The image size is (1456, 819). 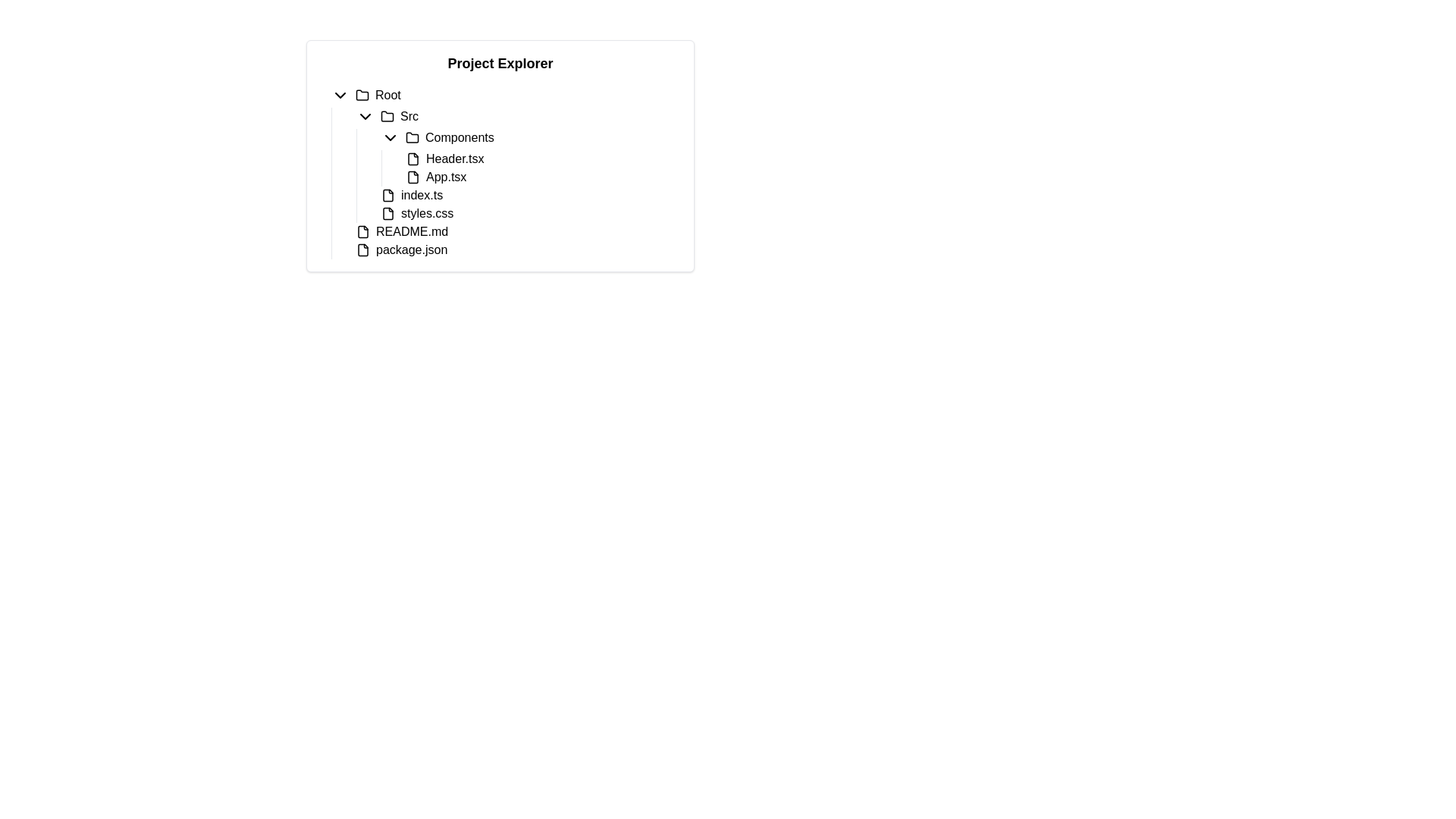 What do you see at coordinates (531, 195) in the screenshot?
I see `the 'index.ts' file item` at bounding box center [531, 195].